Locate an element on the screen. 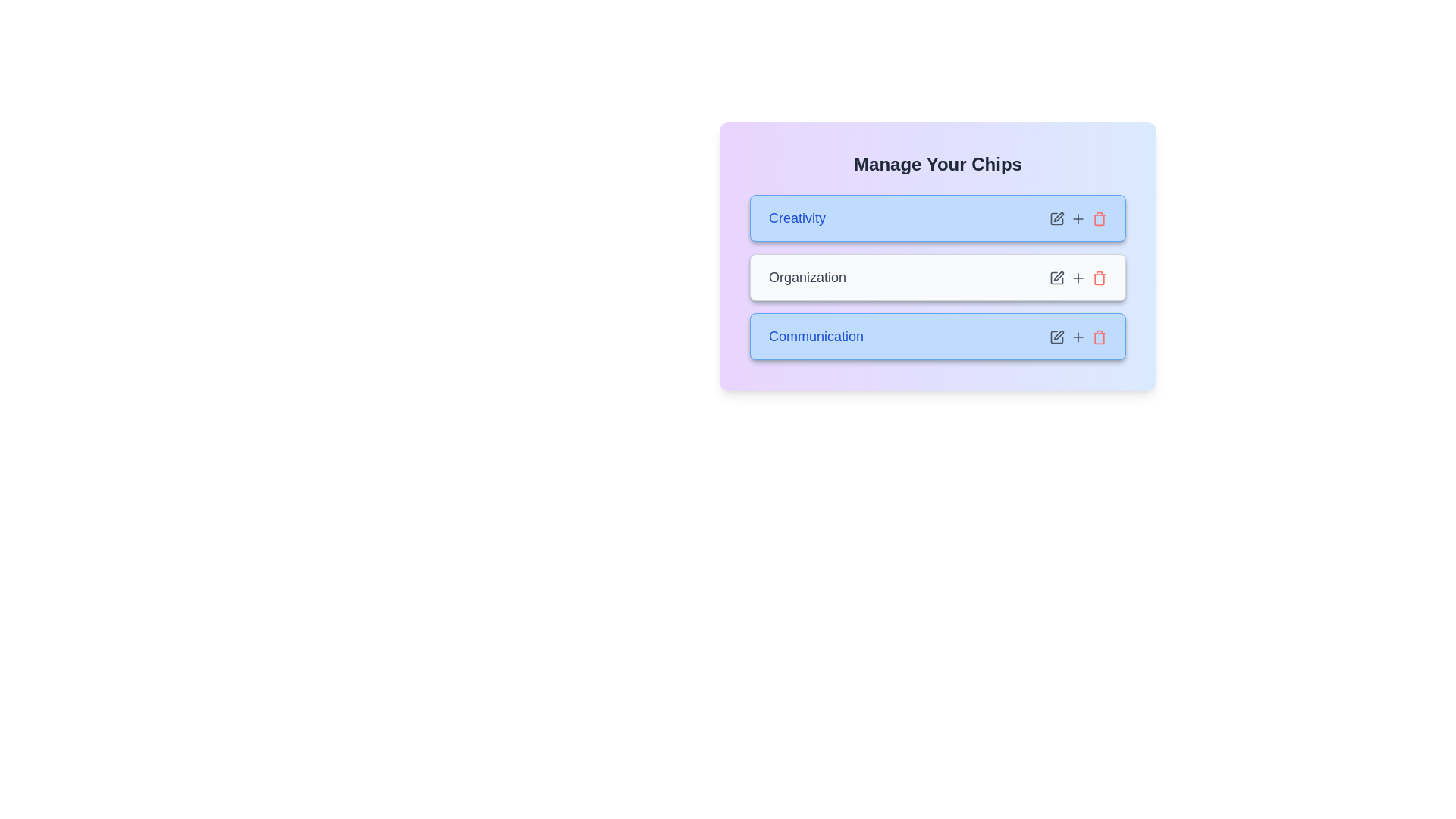 The height and width of the screenshot is (819, 1456). the chip item labeled 'Organization' to observe visual feedback is located at coordinates (937, 278).